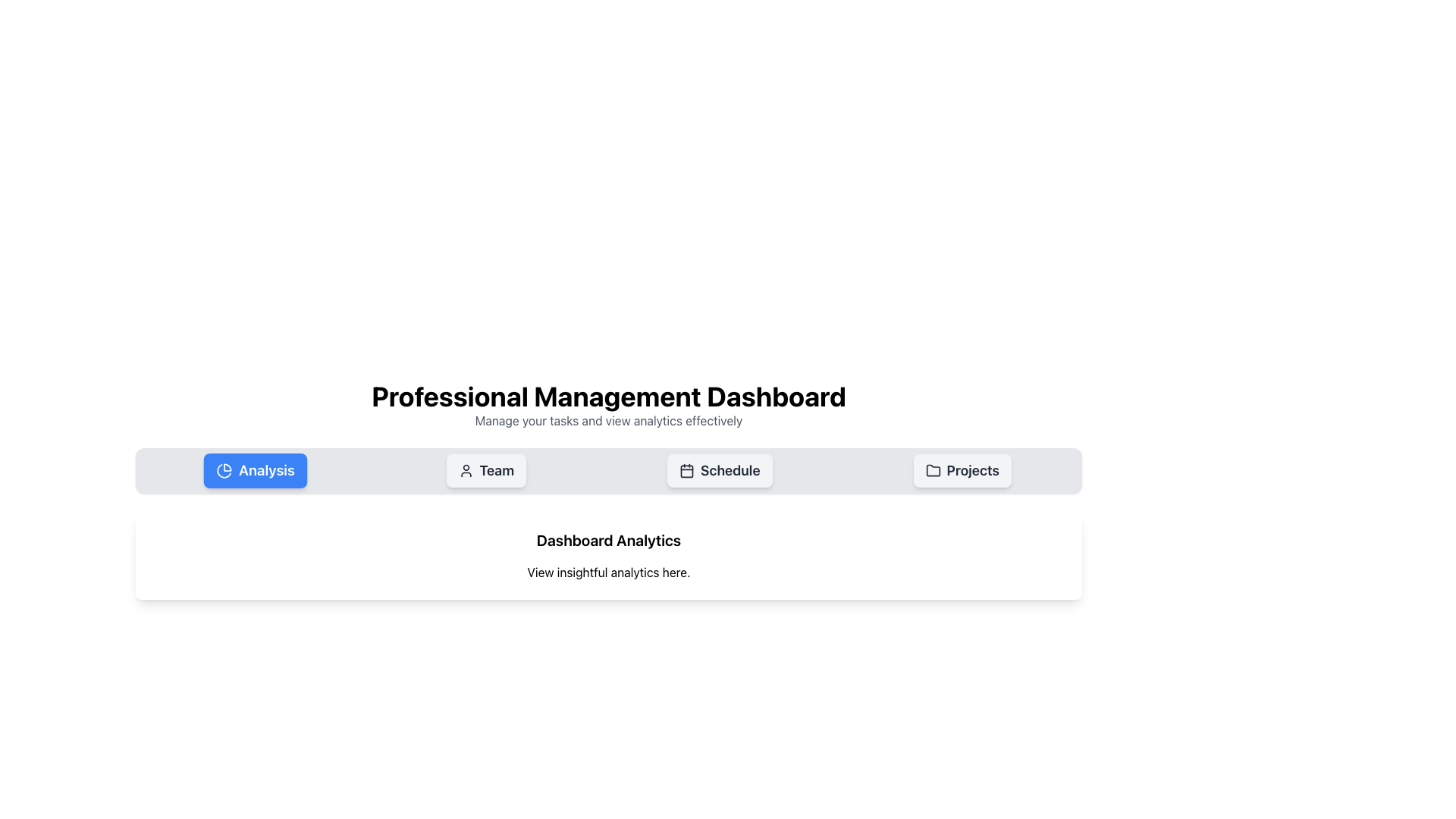  What do you see at coordinates (224, 470) in the screenshot?
I see `the analysis icon located inside the blue 'Analysis' button, which visually represents analysis or data visualization` at bounding box center [224, 470].